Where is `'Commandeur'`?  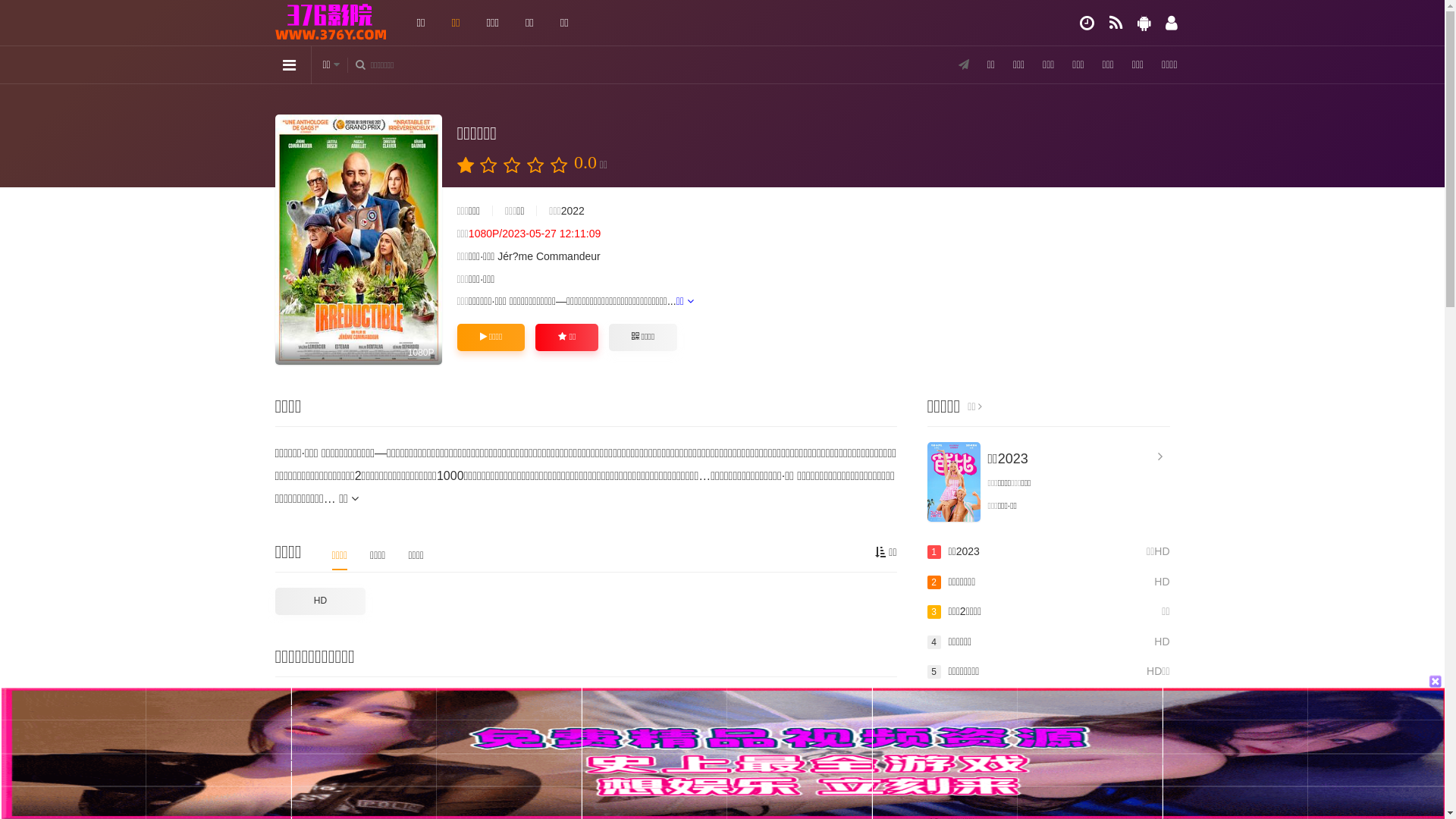 'Commandeur' is located at coordinates (535, 256).